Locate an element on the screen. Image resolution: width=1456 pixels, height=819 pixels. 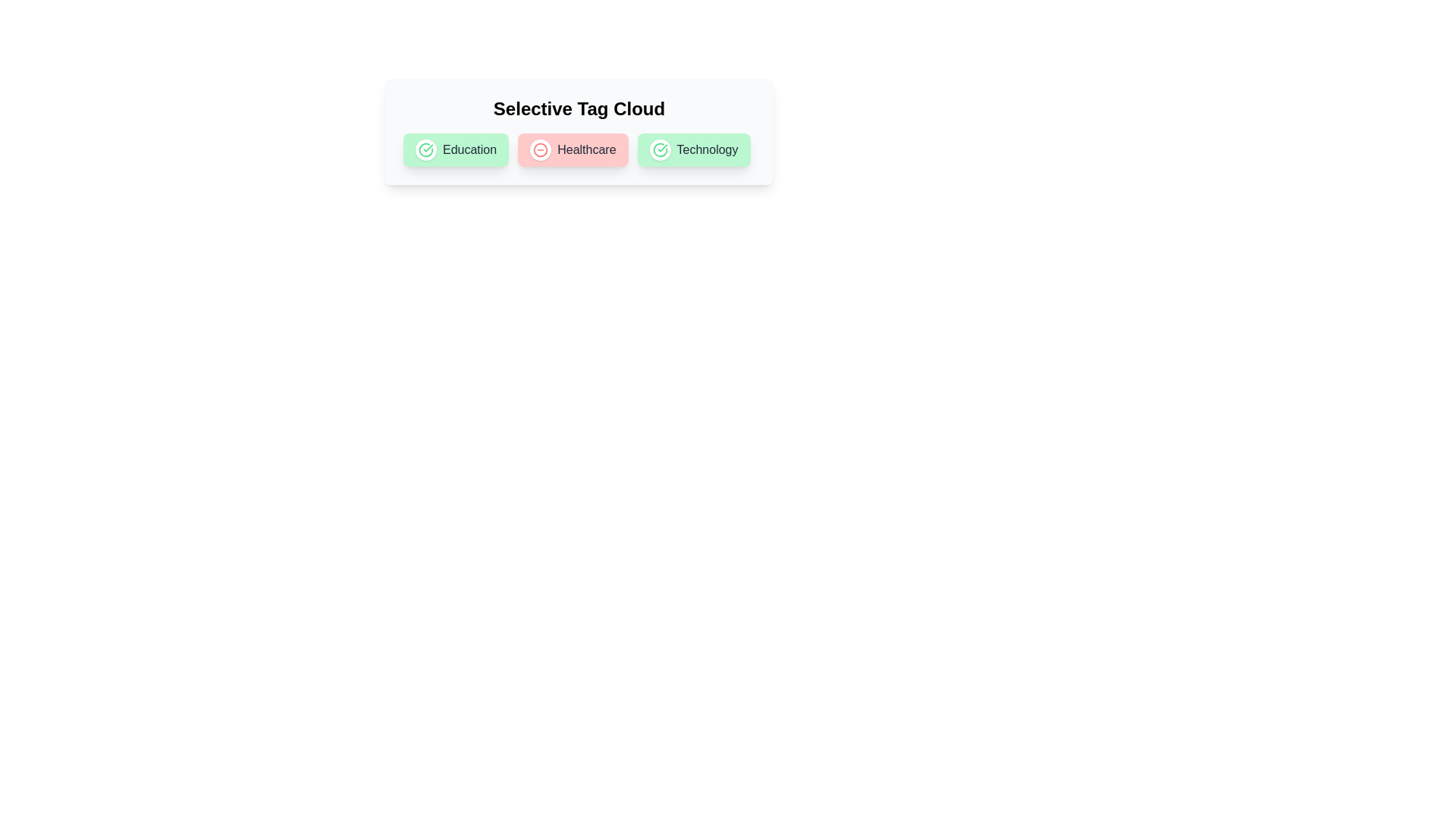
the tag labeled Technology is located at coordinates (659, 149).